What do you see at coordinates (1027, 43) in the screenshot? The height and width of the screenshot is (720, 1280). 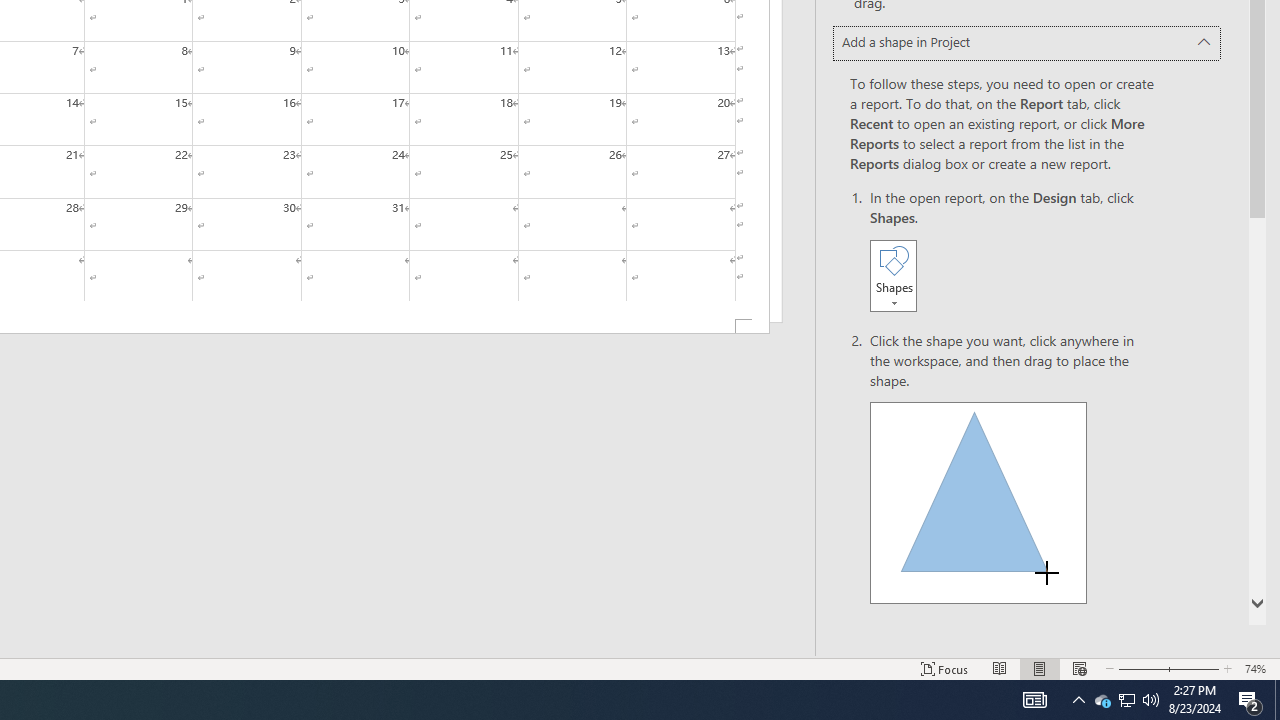 I see `'Add a shape in Project'` at bounding box center [1027, 43].